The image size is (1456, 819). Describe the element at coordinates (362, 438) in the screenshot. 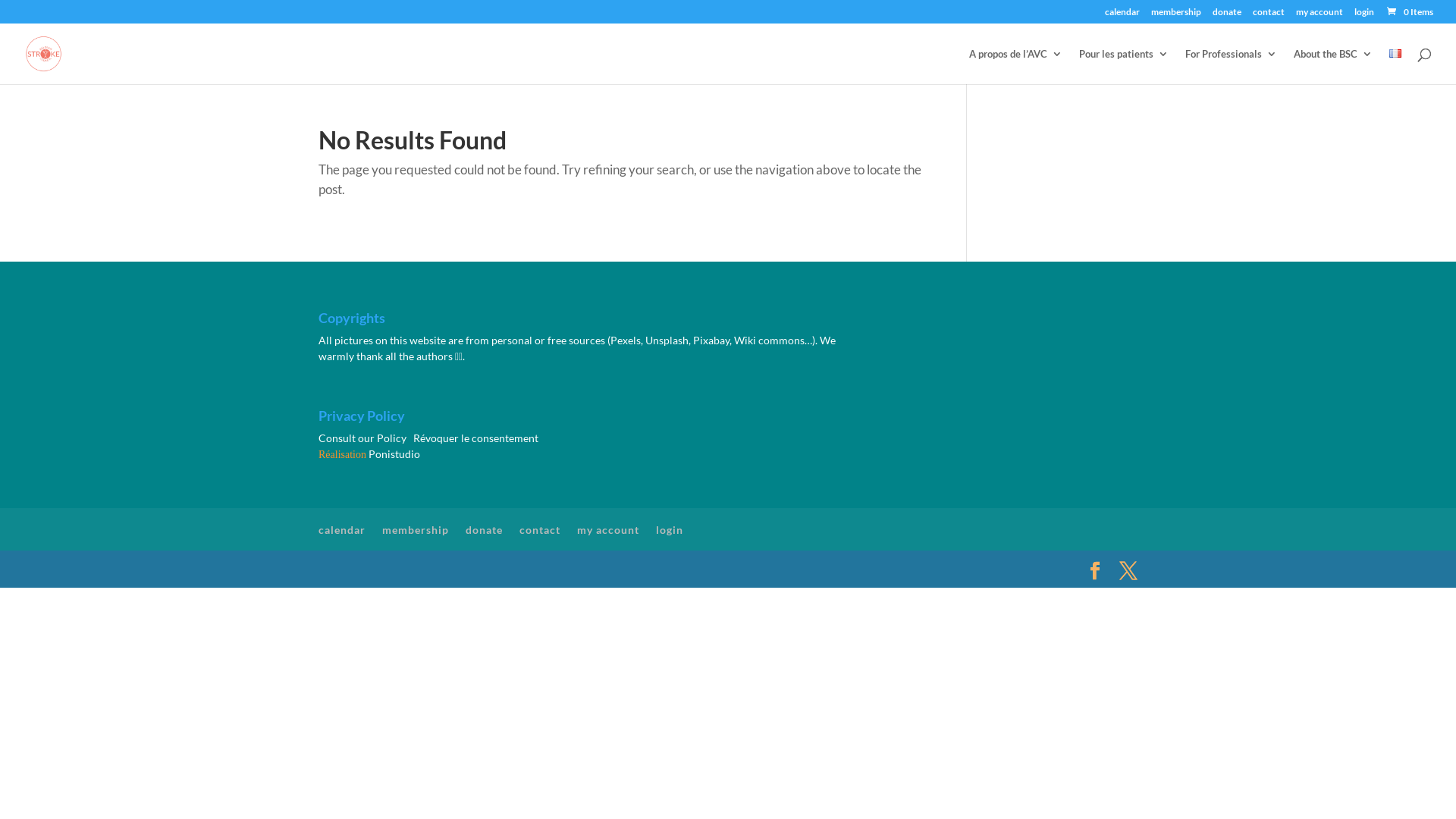

I see `'Consult our Policy'` at that location.